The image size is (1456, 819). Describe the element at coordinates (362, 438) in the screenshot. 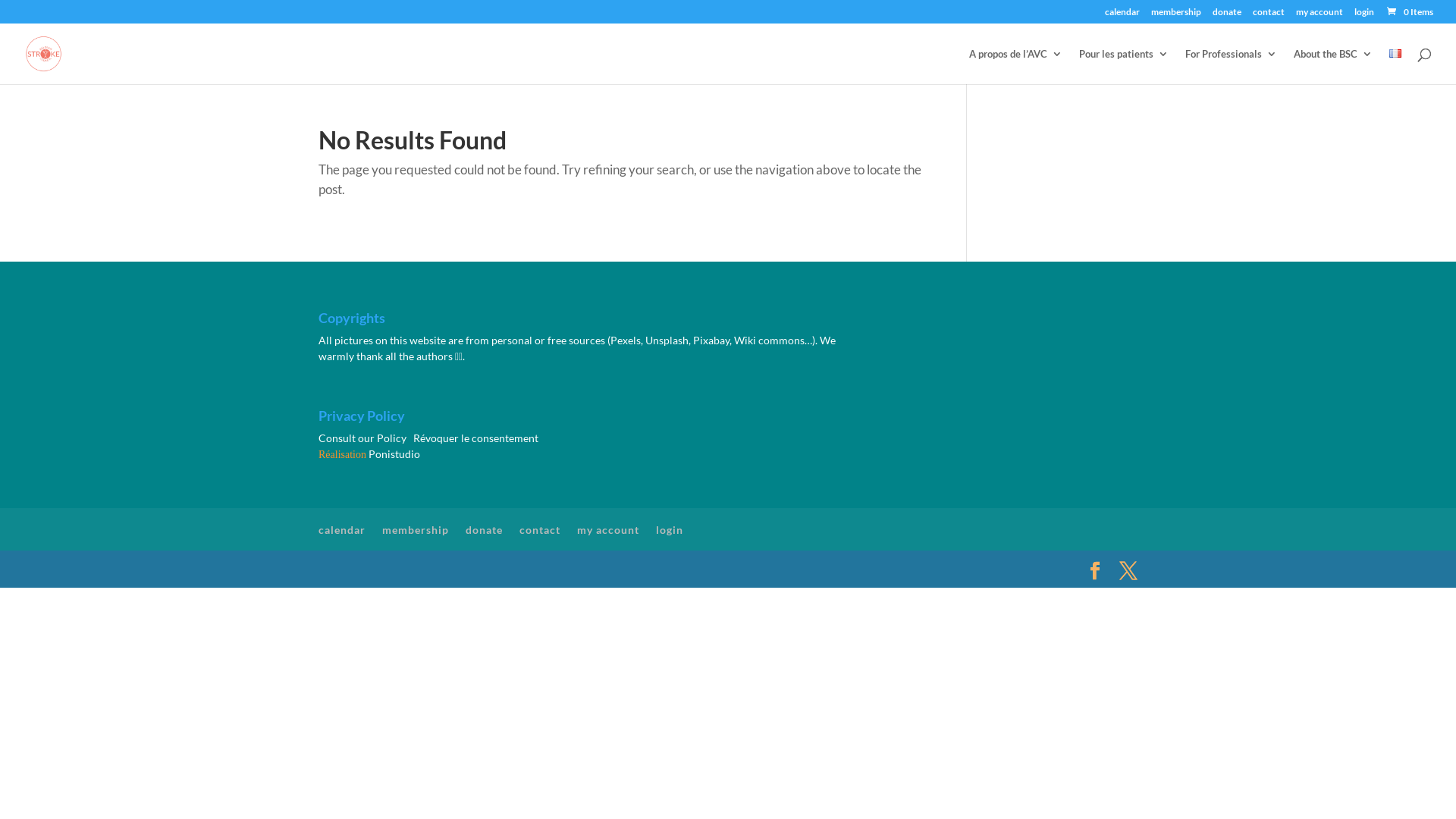

I see `'Consult our Policy'` at that location.